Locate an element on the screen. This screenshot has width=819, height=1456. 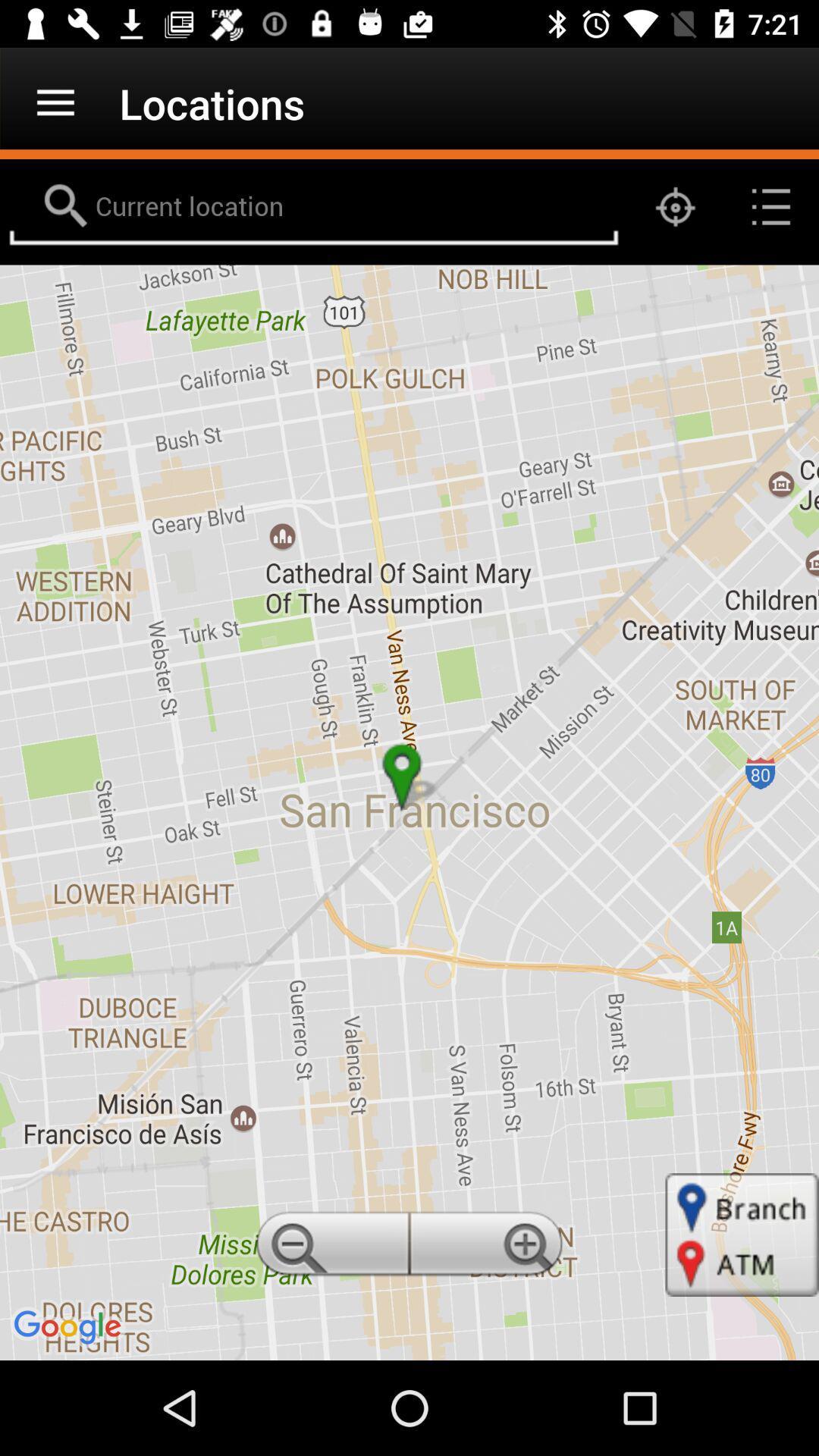
zoom out is located at coordinates (329, 1248).